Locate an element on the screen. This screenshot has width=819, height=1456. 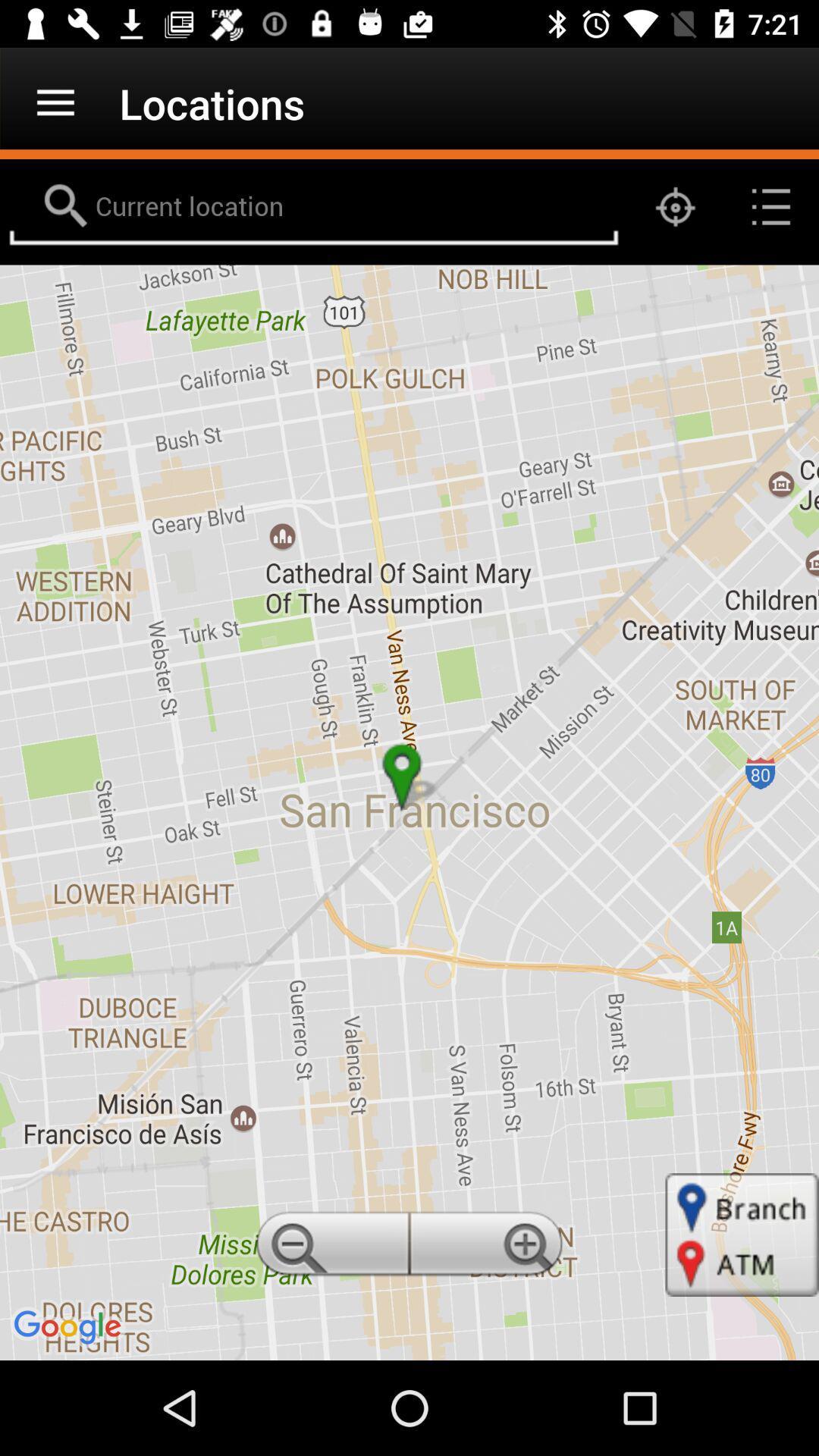
zoom out is located at coordinates (329, 1248).